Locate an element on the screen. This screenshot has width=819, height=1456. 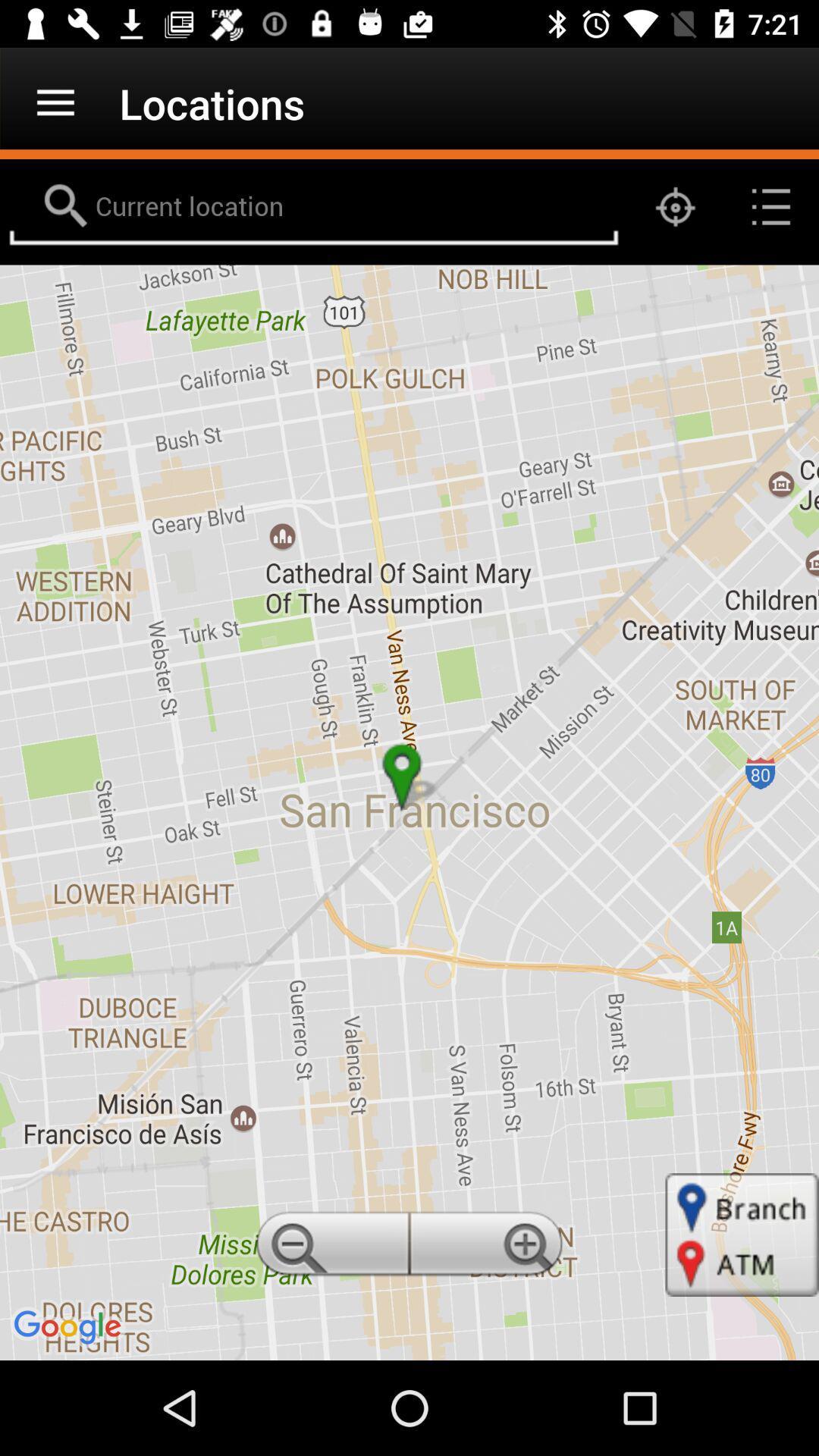
zoom out is located at coordinates (329, 1248).